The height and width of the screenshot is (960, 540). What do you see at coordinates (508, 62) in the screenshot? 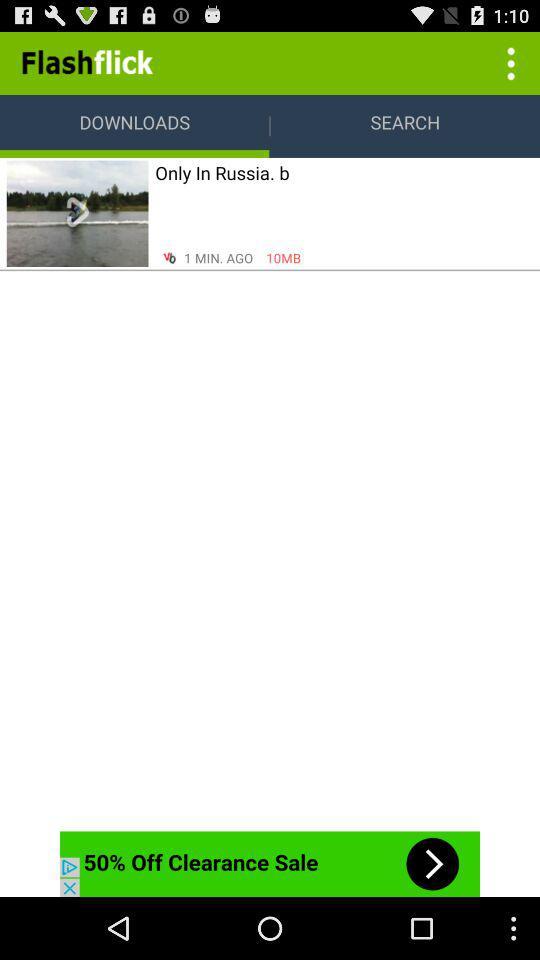
I see `menu button` at bounding box center [508, 62].